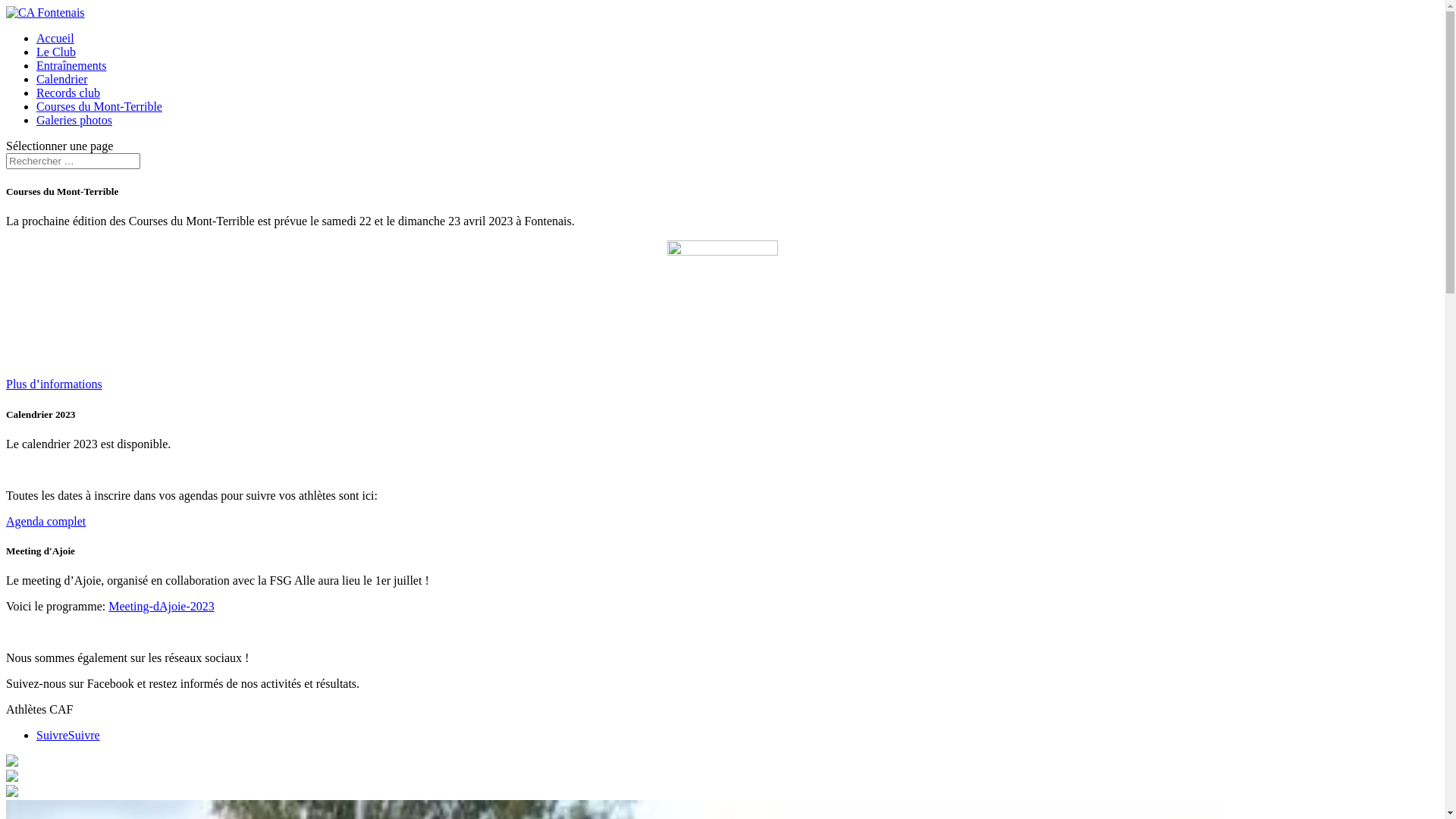 This screenshot has height=819, width=1456. I want to click on 'Agenda complet', so click(45, 520).